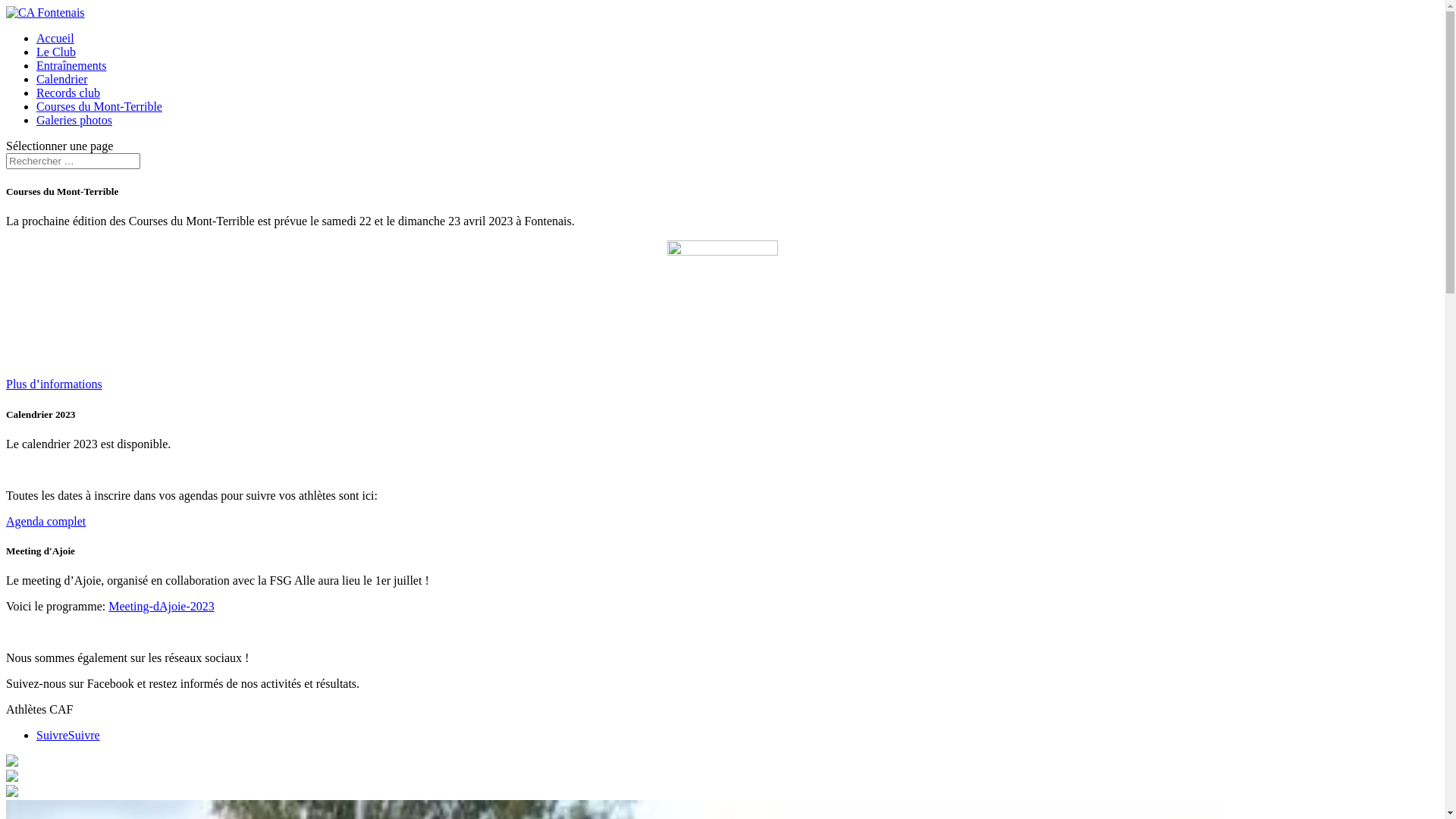 This screenshot has height=819, width=1456. I want to click on 'Agenda complet', so click(45, 520).